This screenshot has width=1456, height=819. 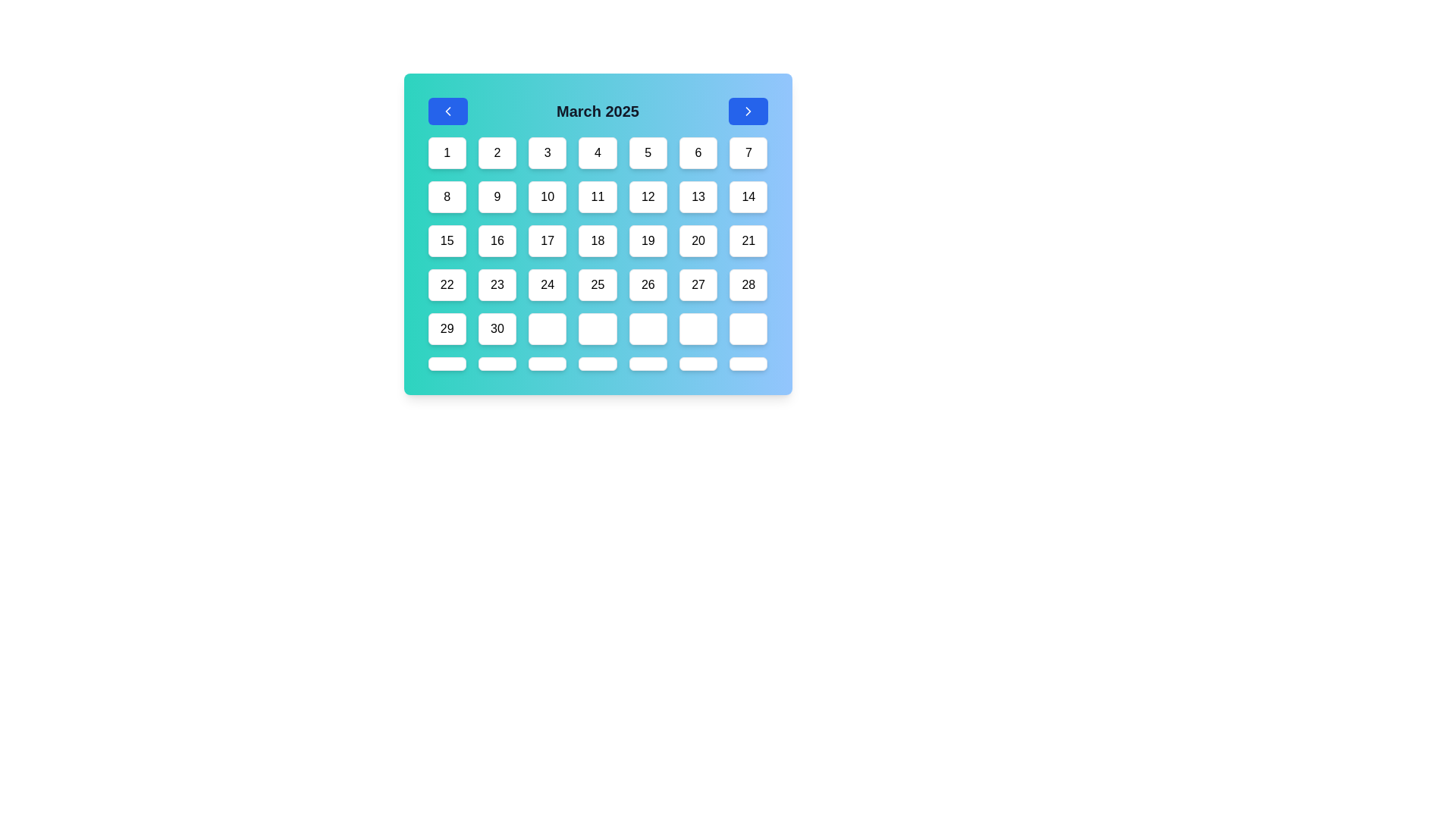 I want to click on the button-like tile displaying the number '6' in the March 2025 section of the interface, so click(x=698, y=152).